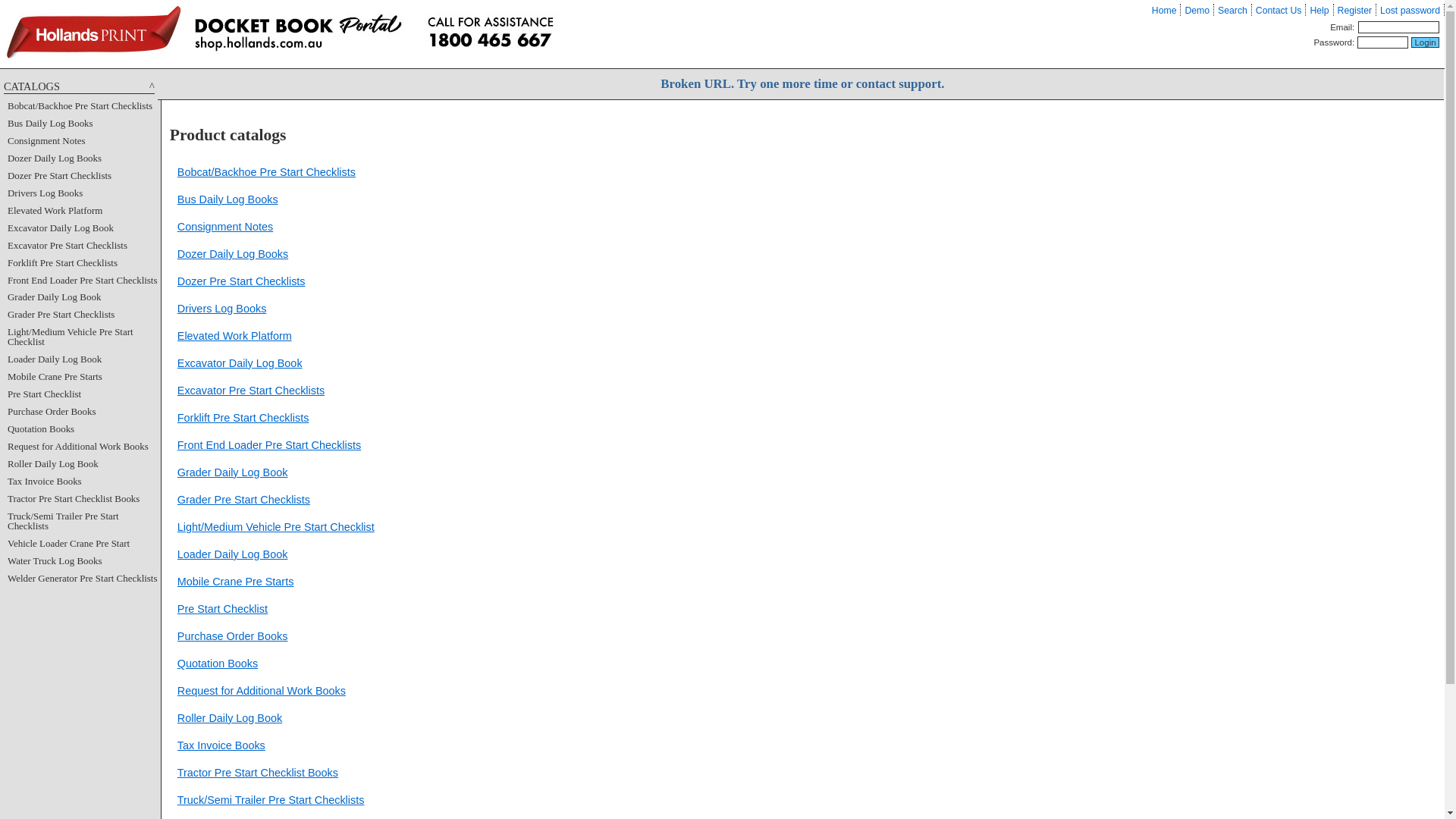 This screenshot has width=1456, height=819. What do you see at coordinates (45, 192) in the screenshot?
I see `'Drivers Log Books'` at bounding box center [45, 192].